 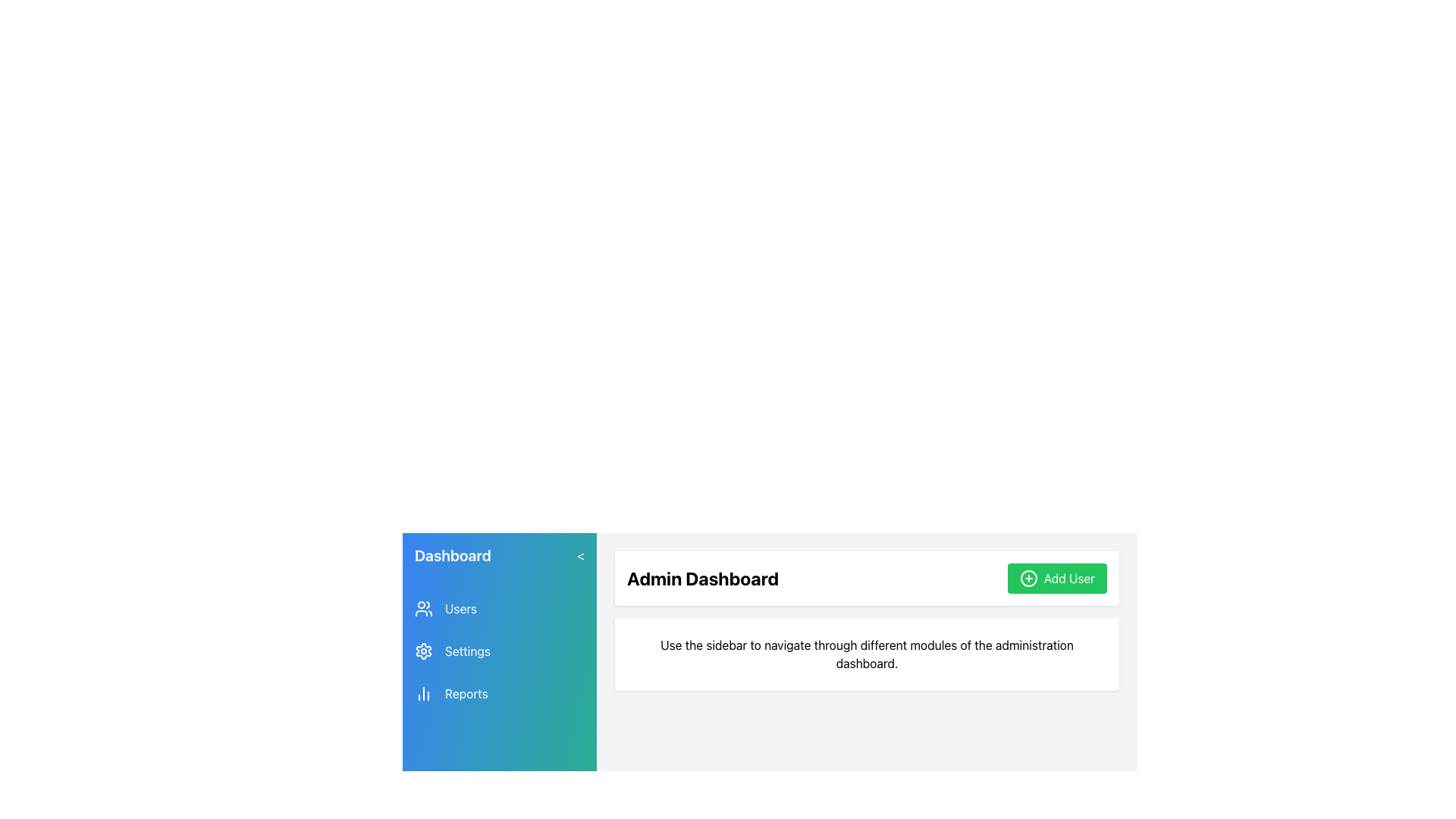 What do you see at coordinates (423, 651) in the screenshot?
I see `the settings graphical icon in the sidebar menu, which is positioned to the left of the 'Settings' label` at bounding box center [423, 651].